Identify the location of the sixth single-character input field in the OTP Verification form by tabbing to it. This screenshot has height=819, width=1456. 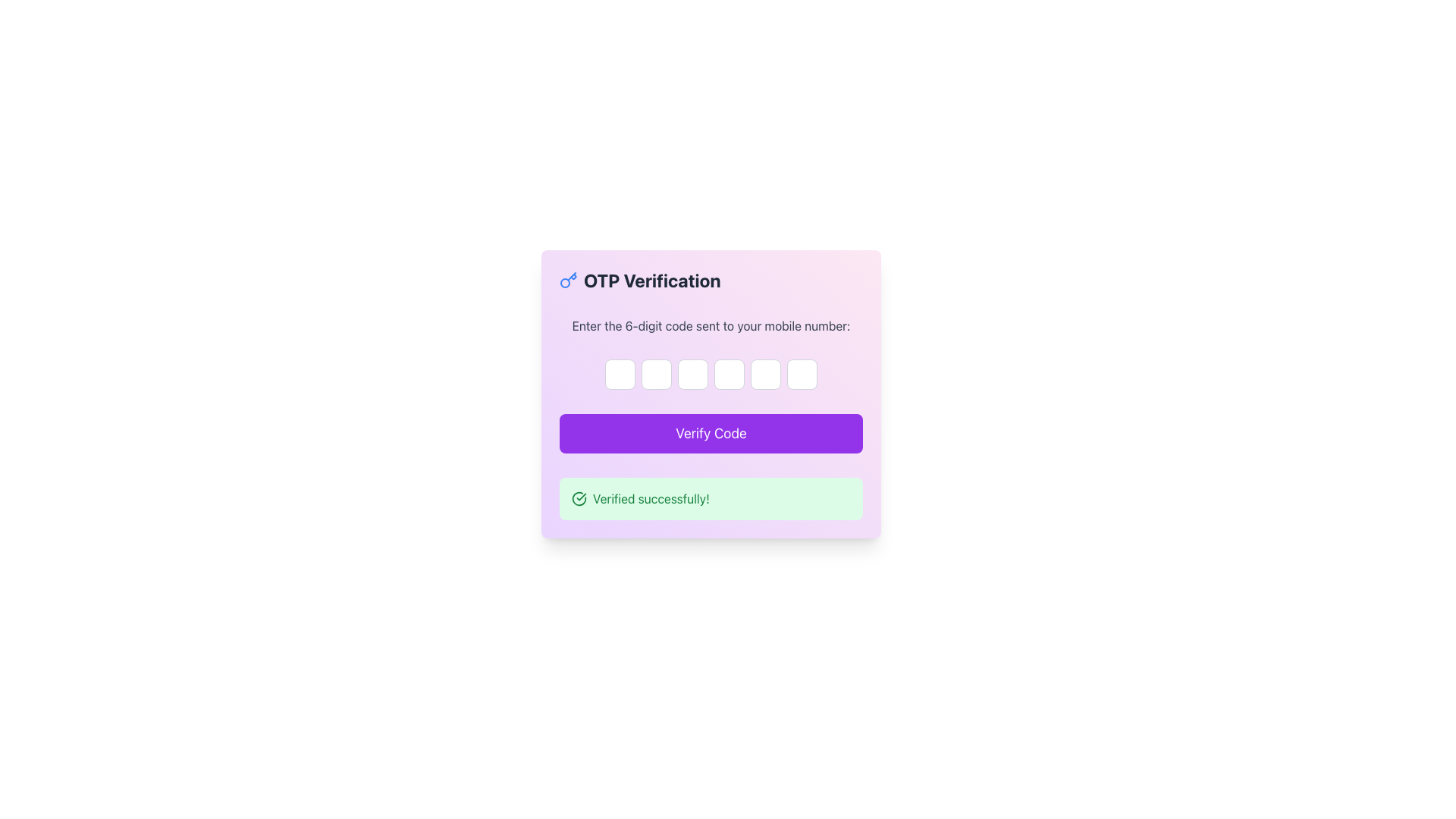
(801, 374).